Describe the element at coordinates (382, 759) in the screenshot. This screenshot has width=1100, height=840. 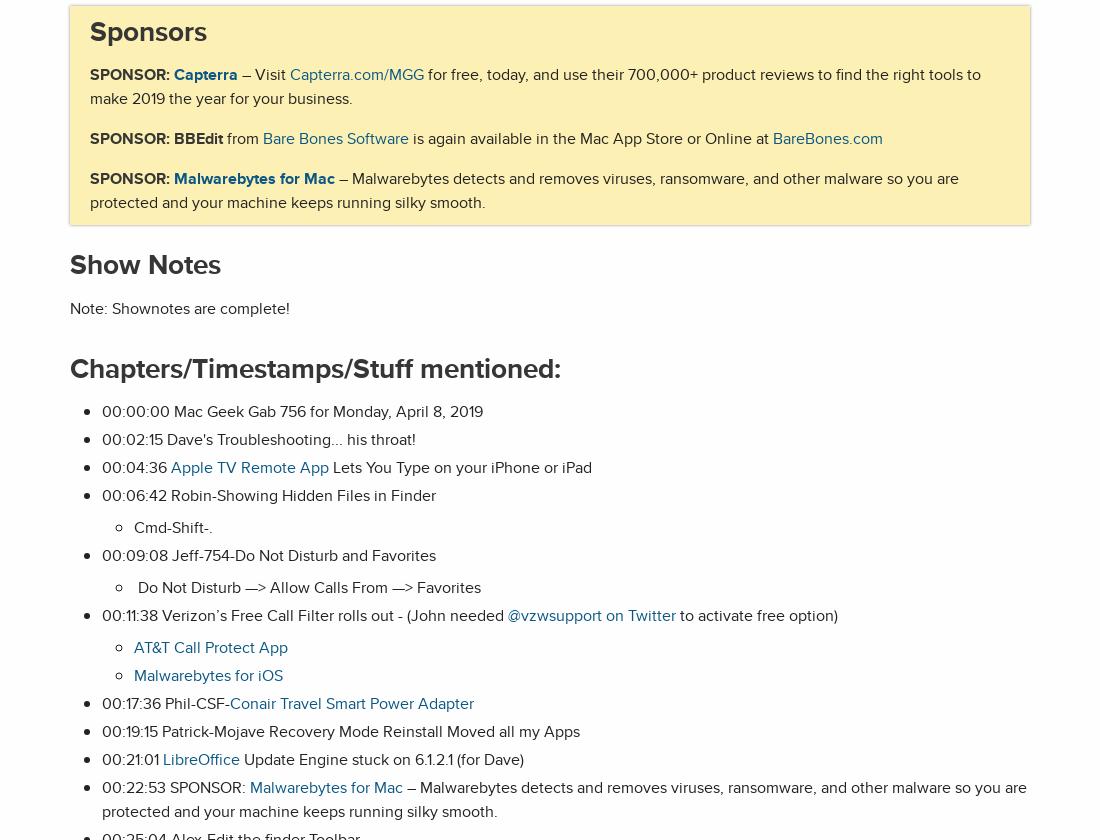
I see `'Update Engine stuck on 6.1.2.1 (for Dave)'` at that location.